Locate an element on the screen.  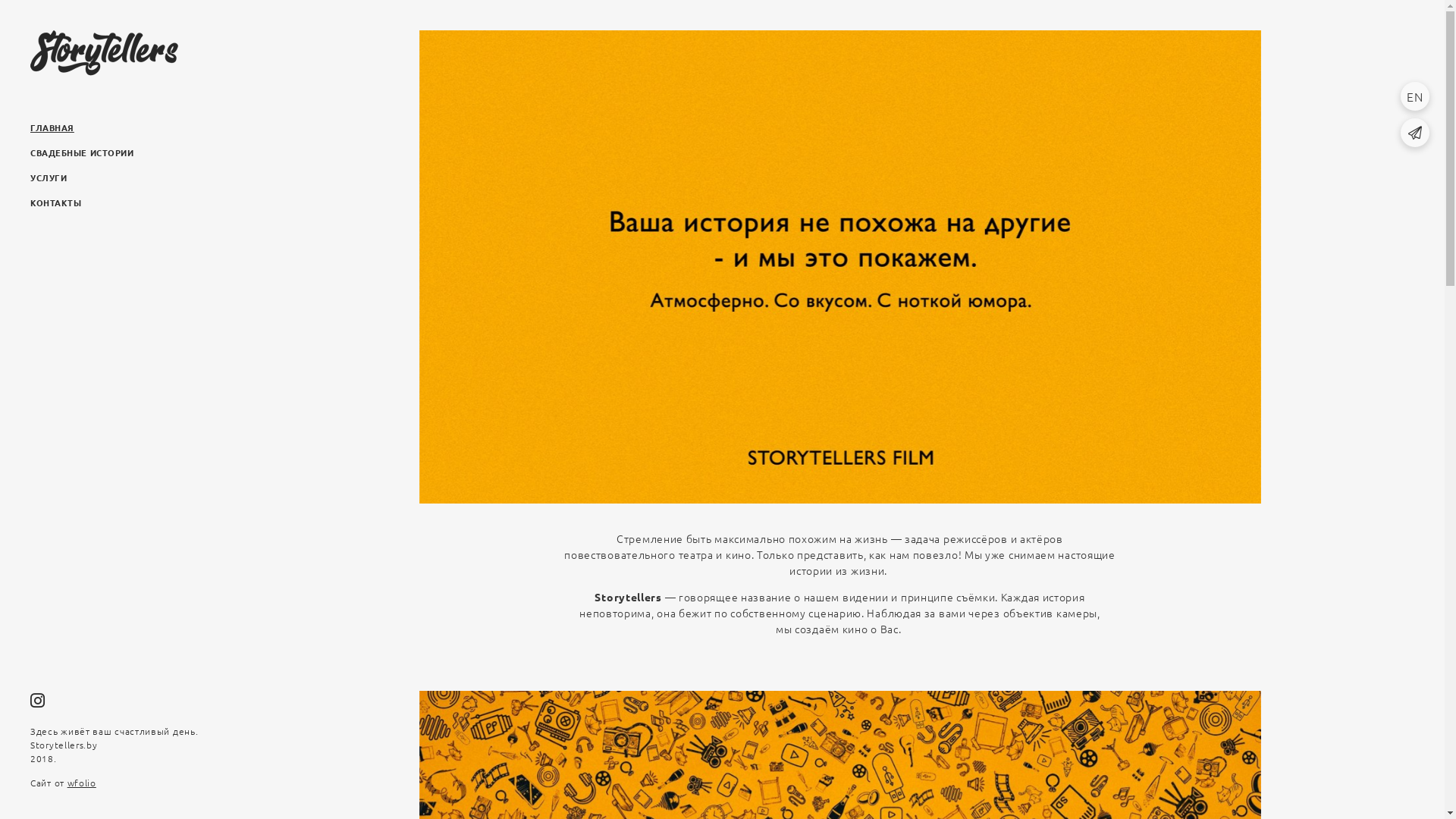
'wfolio' is located at coordinates (81, 783).